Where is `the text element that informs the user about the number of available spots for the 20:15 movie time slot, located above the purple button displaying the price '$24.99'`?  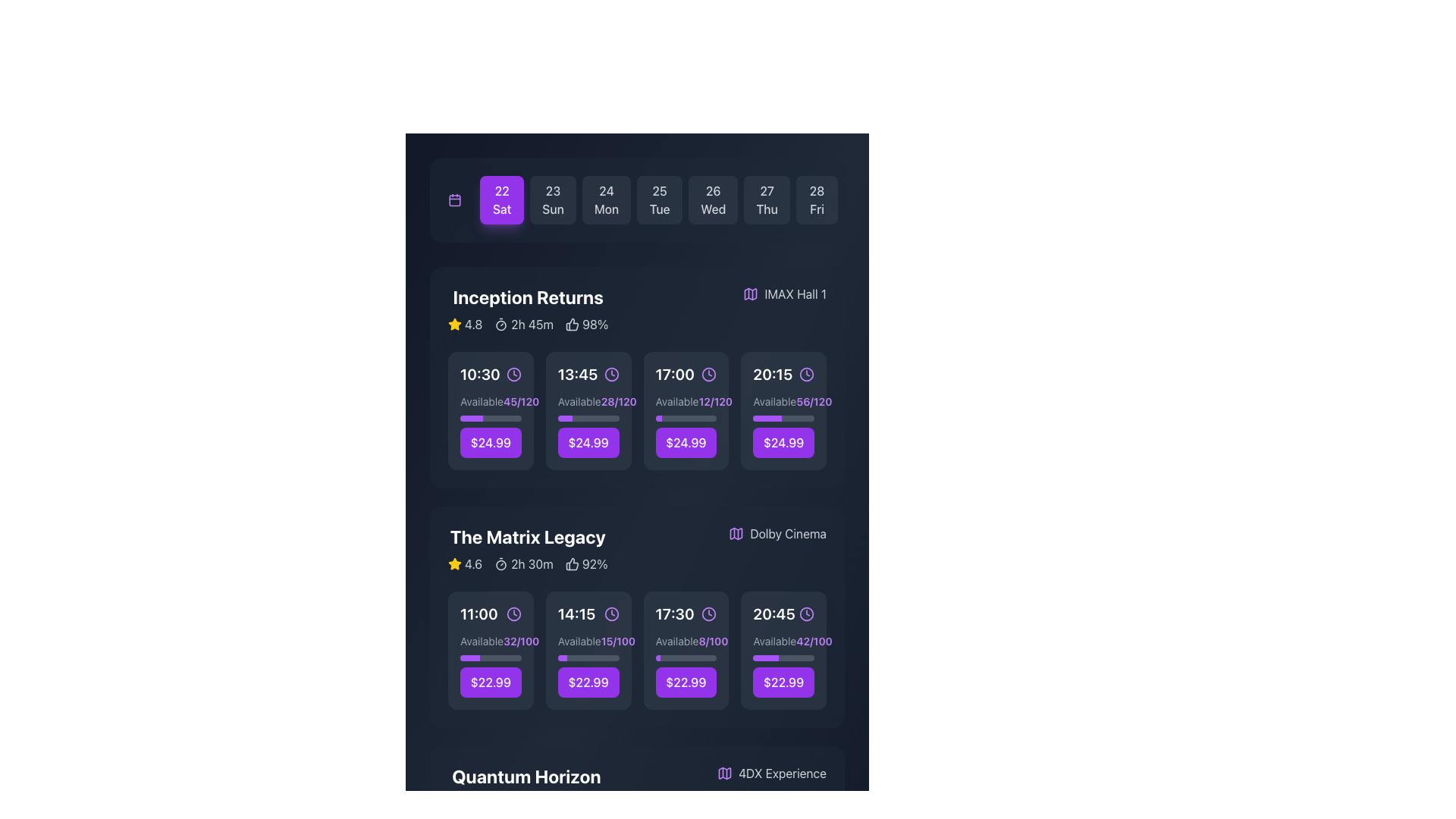 the text element that informs the user about the number of available spots for the 20:15 movie time slot, located above the purple button displaying the price '$24.99' is located at coordinates (813, 400).